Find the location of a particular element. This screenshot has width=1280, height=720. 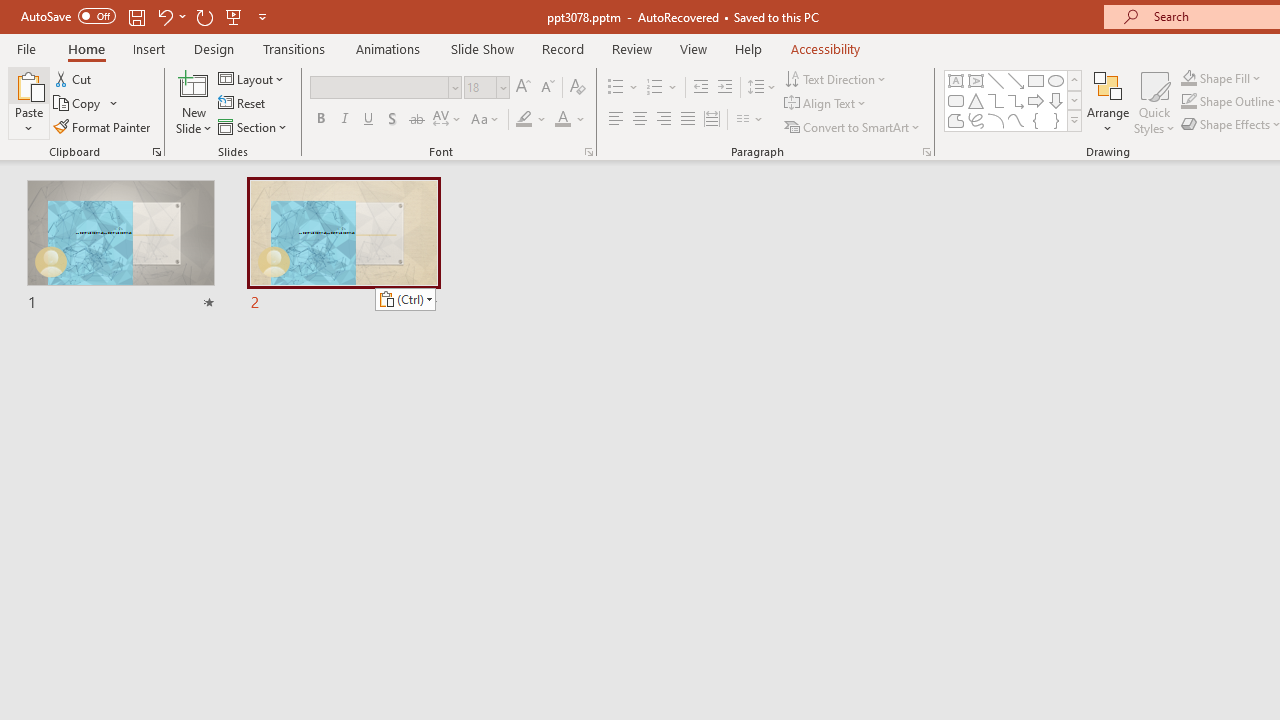

'Action: Paste alternatives' is located at coordinates (404, 299).